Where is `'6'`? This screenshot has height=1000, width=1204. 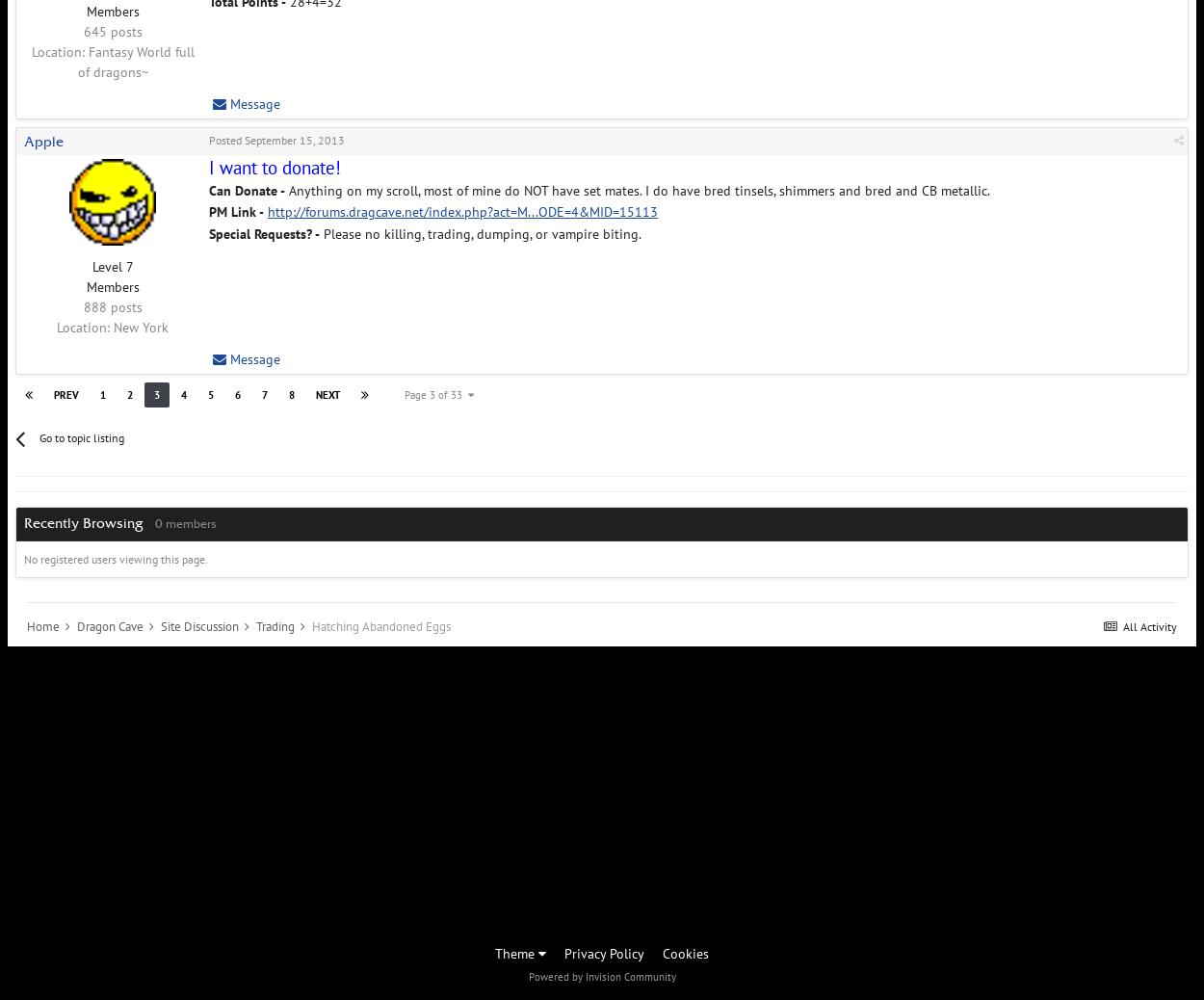 '6' is located at coordinates (237, 393).